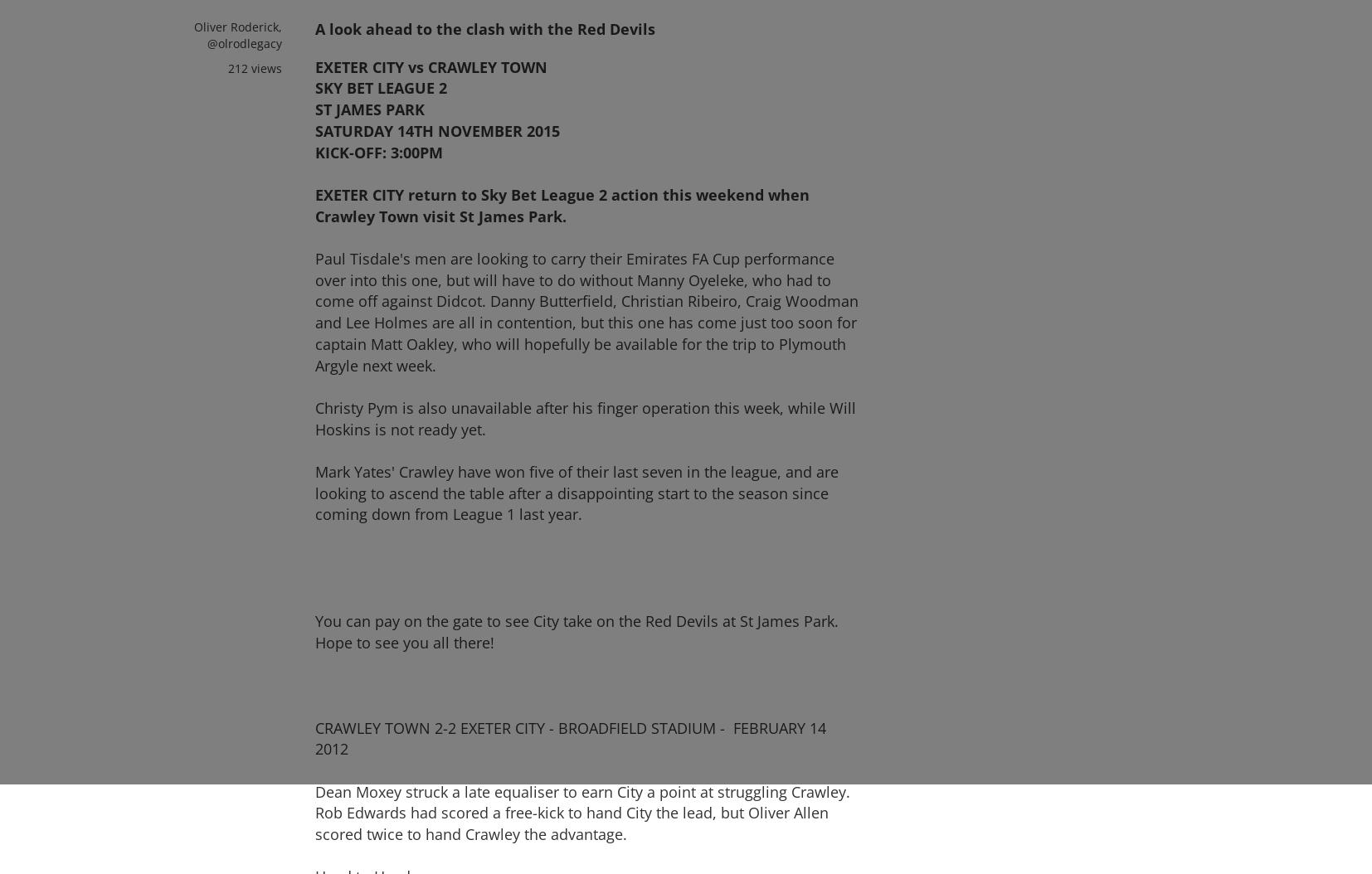  I want to click on 'Paul Tisdale's men are looking to carry their Emirates FA Cup performance over into this one, but will have to do without Manny Oyeleke, who had to come off against Didcot. Danny Butterfield, Christian Ribeiro, Craig Woodman and Lee Holmes are all in contention, but this one has come just too soon for captain Matt Oakley, who will hopefully be available for the trip to Plymouth Argyle next week.', so click(586, 310).